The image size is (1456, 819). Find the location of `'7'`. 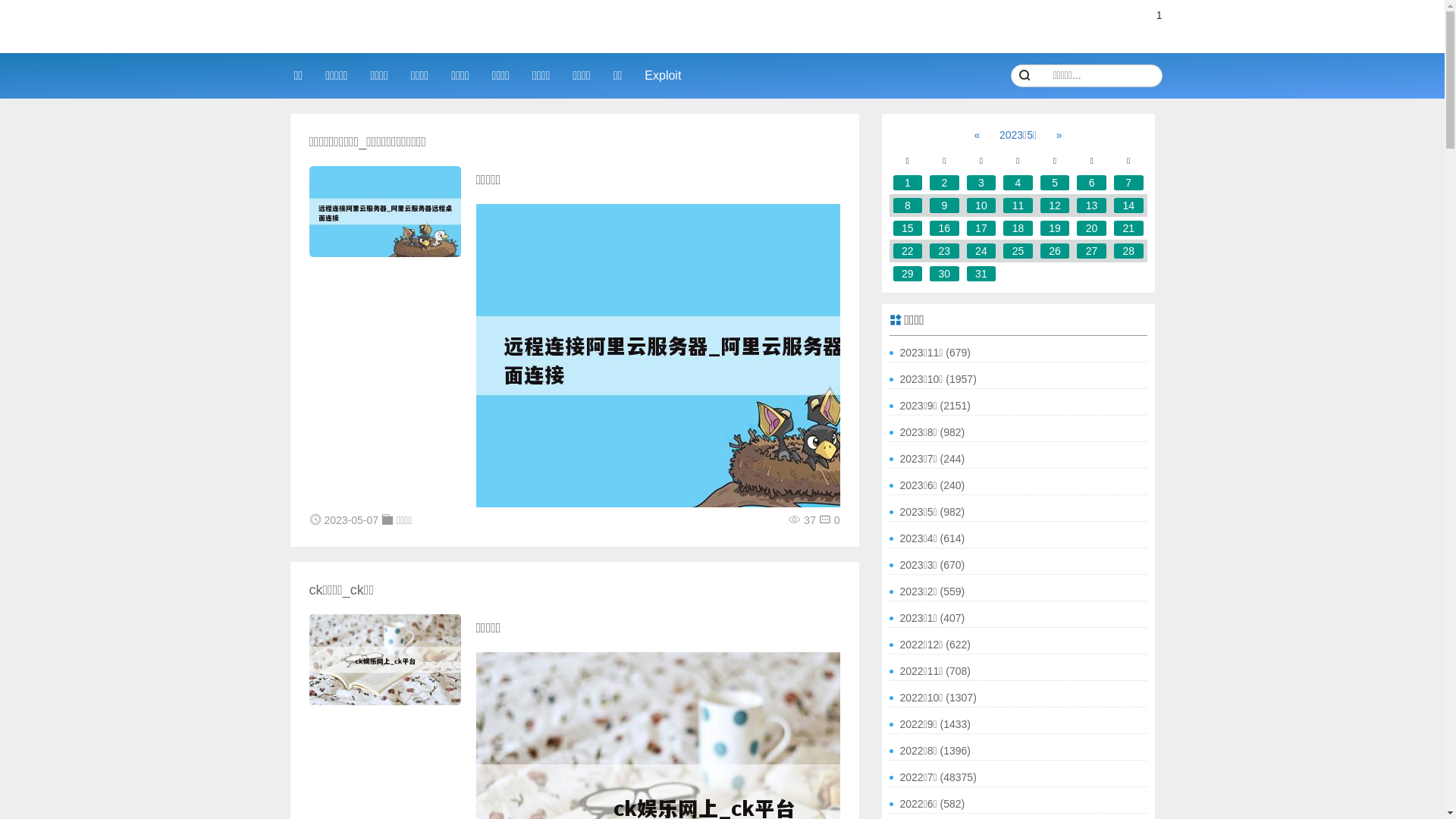

'7' is located at coordinates (1128, 181).